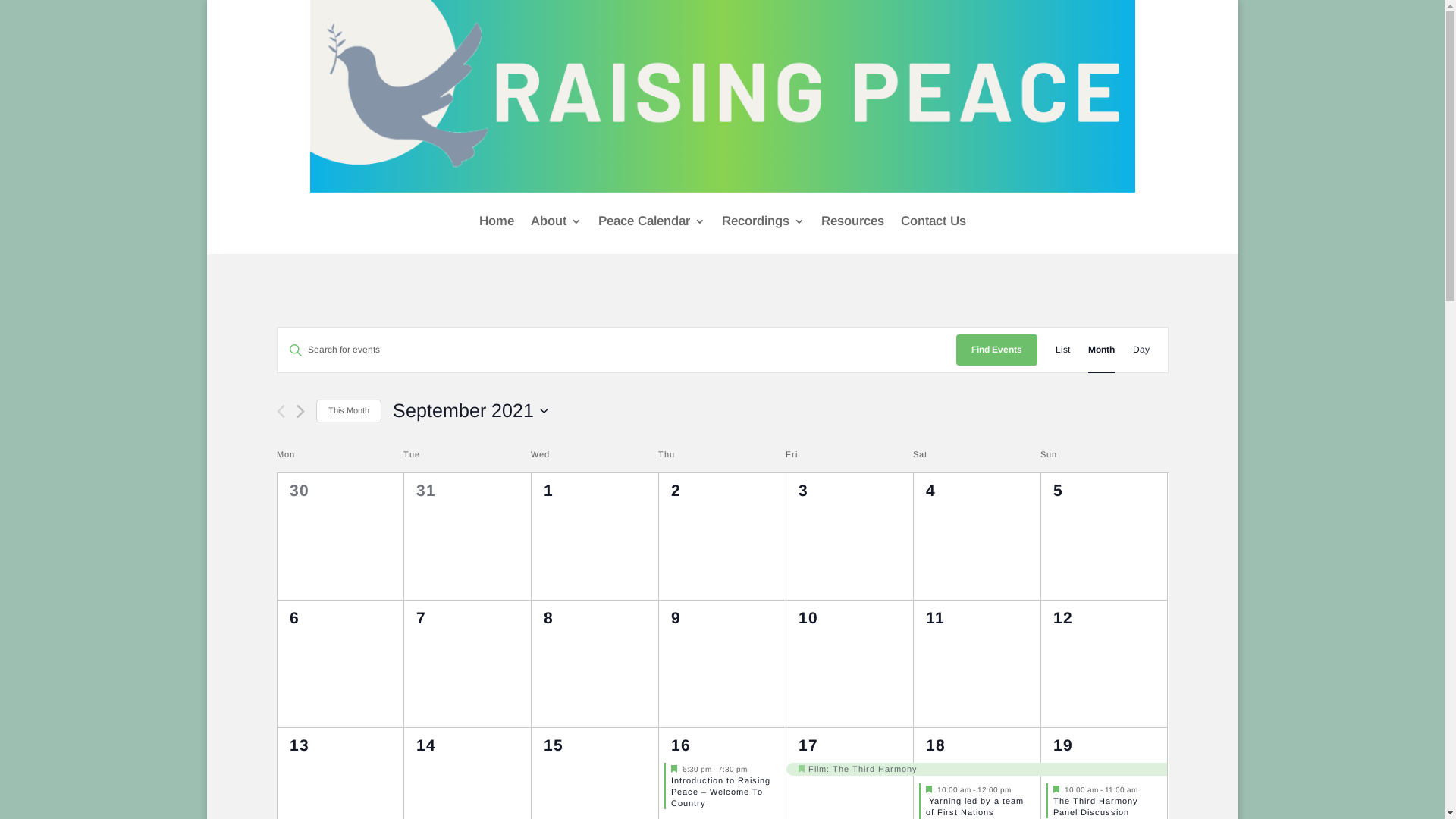  Describe the element at coordinates (1141, 350) in the screenshot. I see `'Day'` at that location.